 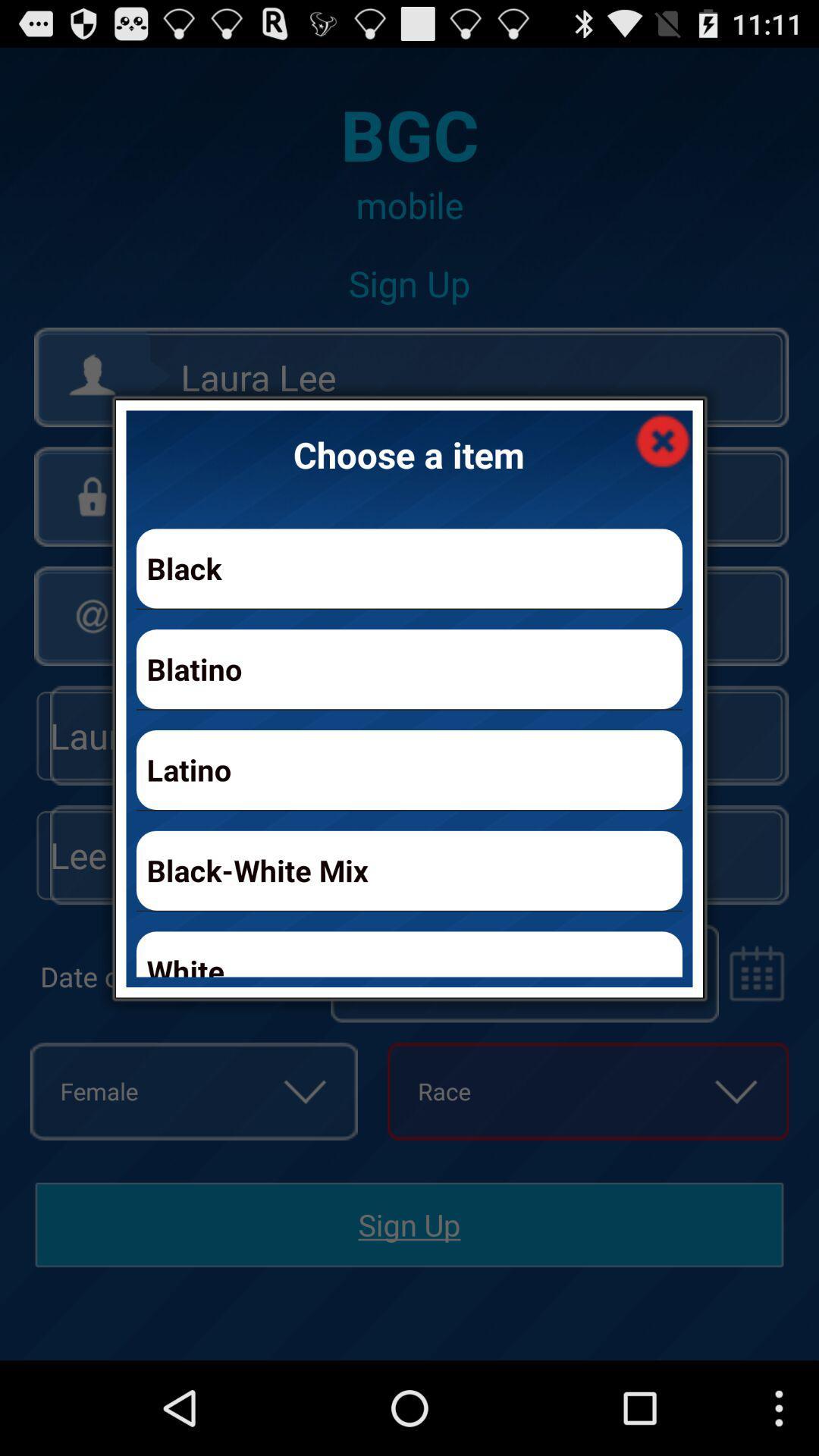 I want to click on item below the blatino icon, so click(x=409, y=770).